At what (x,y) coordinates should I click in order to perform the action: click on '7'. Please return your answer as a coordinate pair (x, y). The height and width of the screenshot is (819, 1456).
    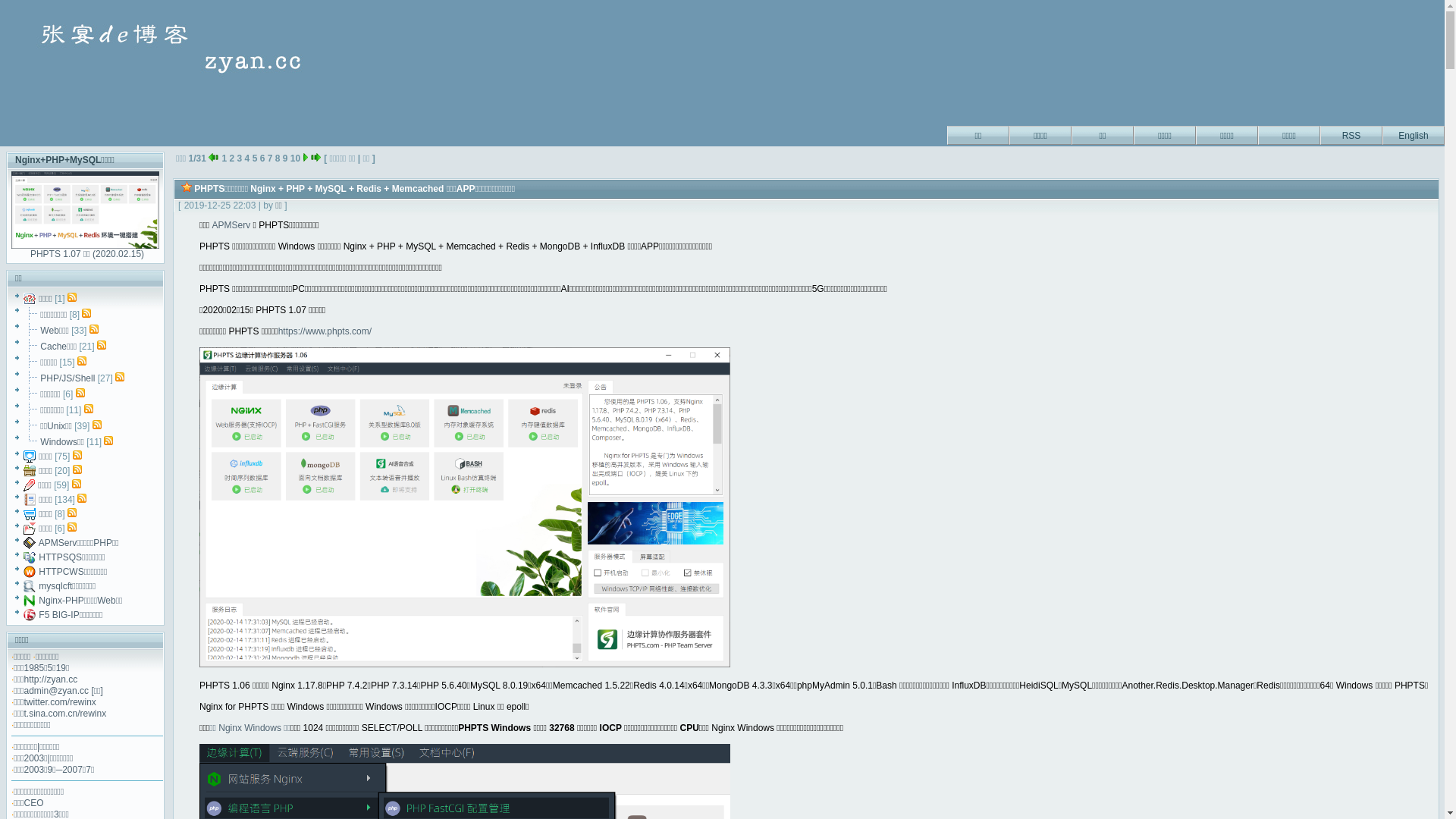
    Looking at the image, I should click on (270, 158).